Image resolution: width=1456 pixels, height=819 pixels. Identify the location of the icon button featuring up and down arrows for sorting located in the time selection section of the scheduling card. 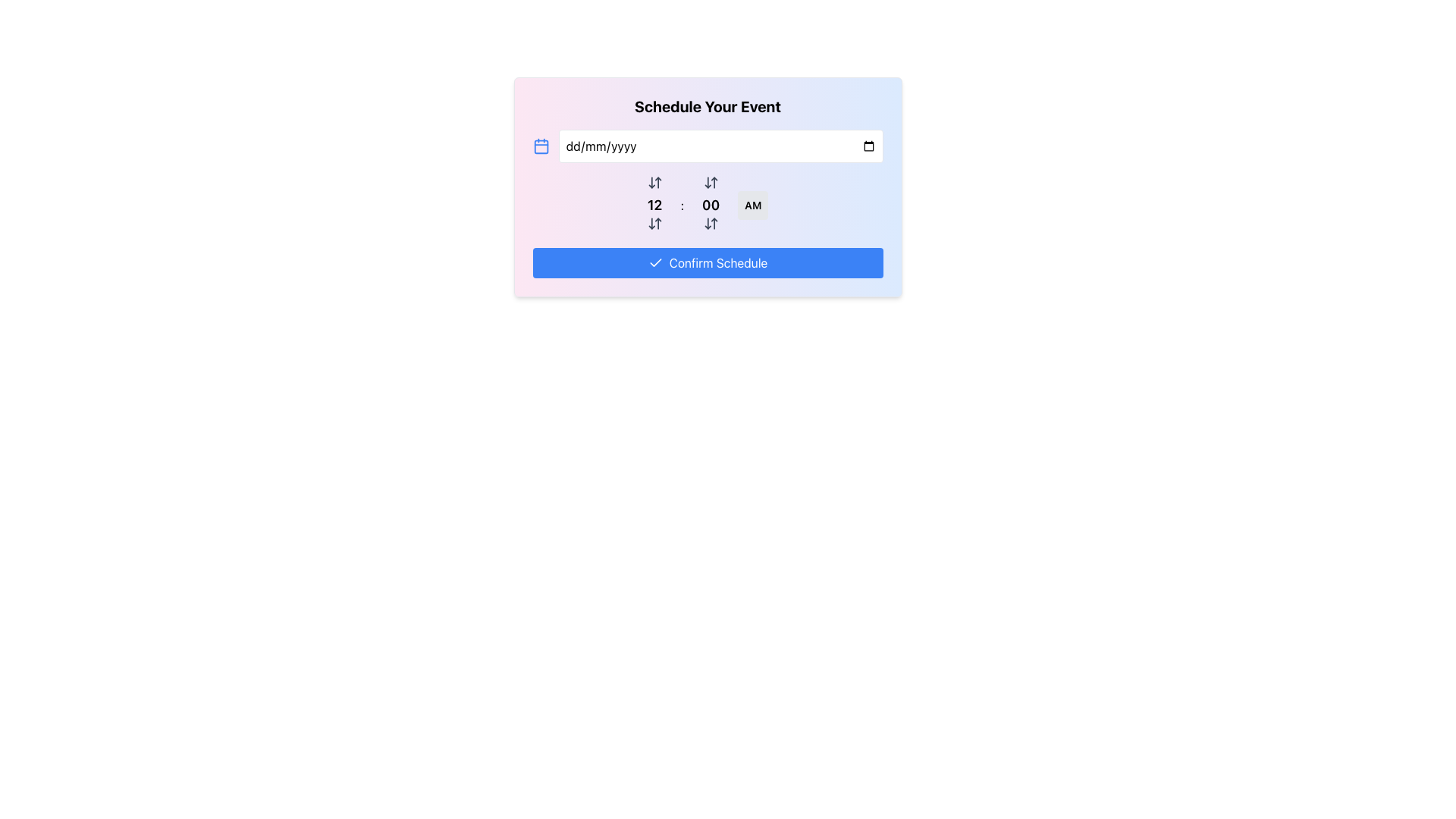
(710, 181).